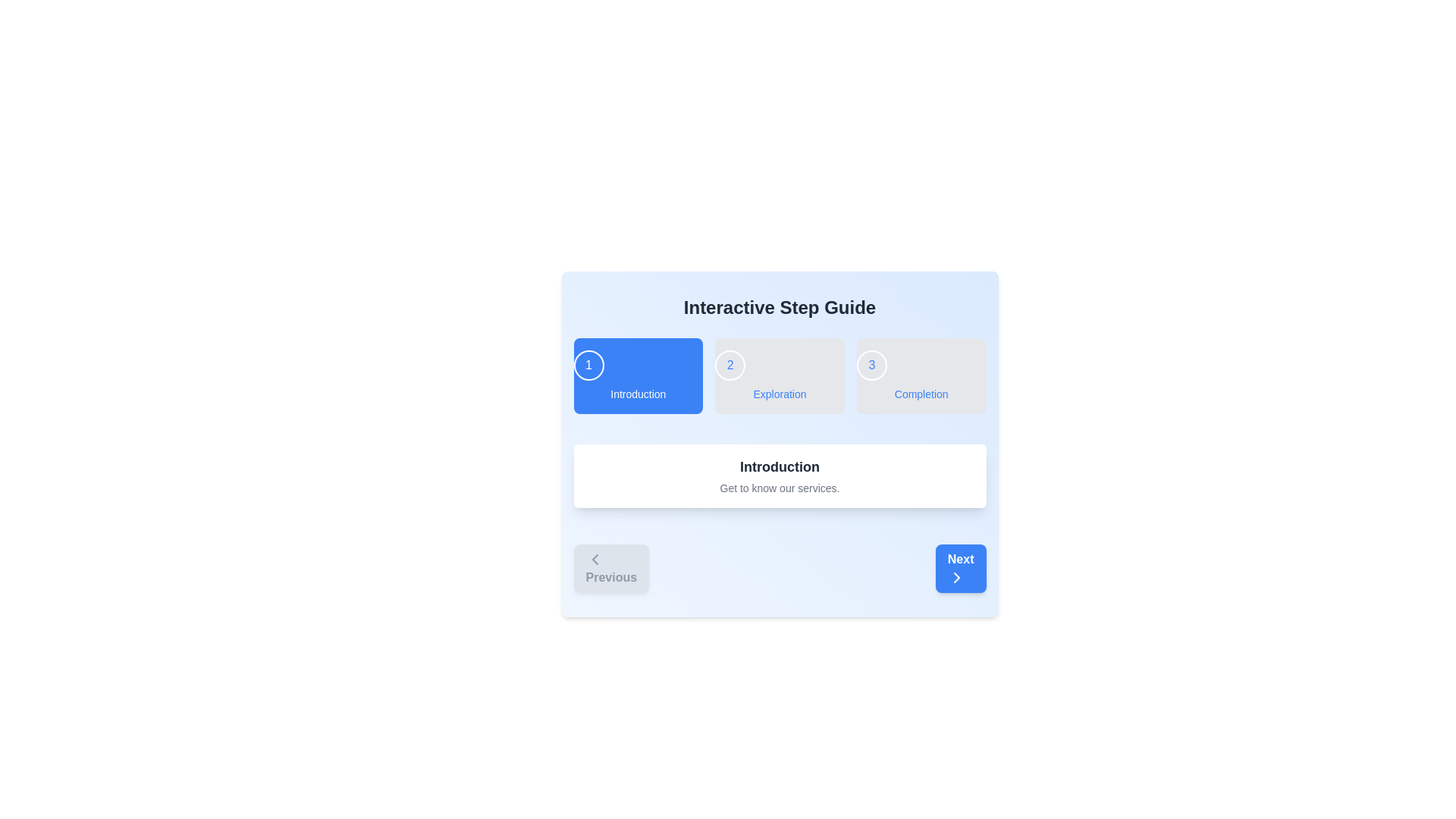  I want to click on the text label indicating the second step in the step guide, located below the circular icon labeled '2', so click(780, 394).